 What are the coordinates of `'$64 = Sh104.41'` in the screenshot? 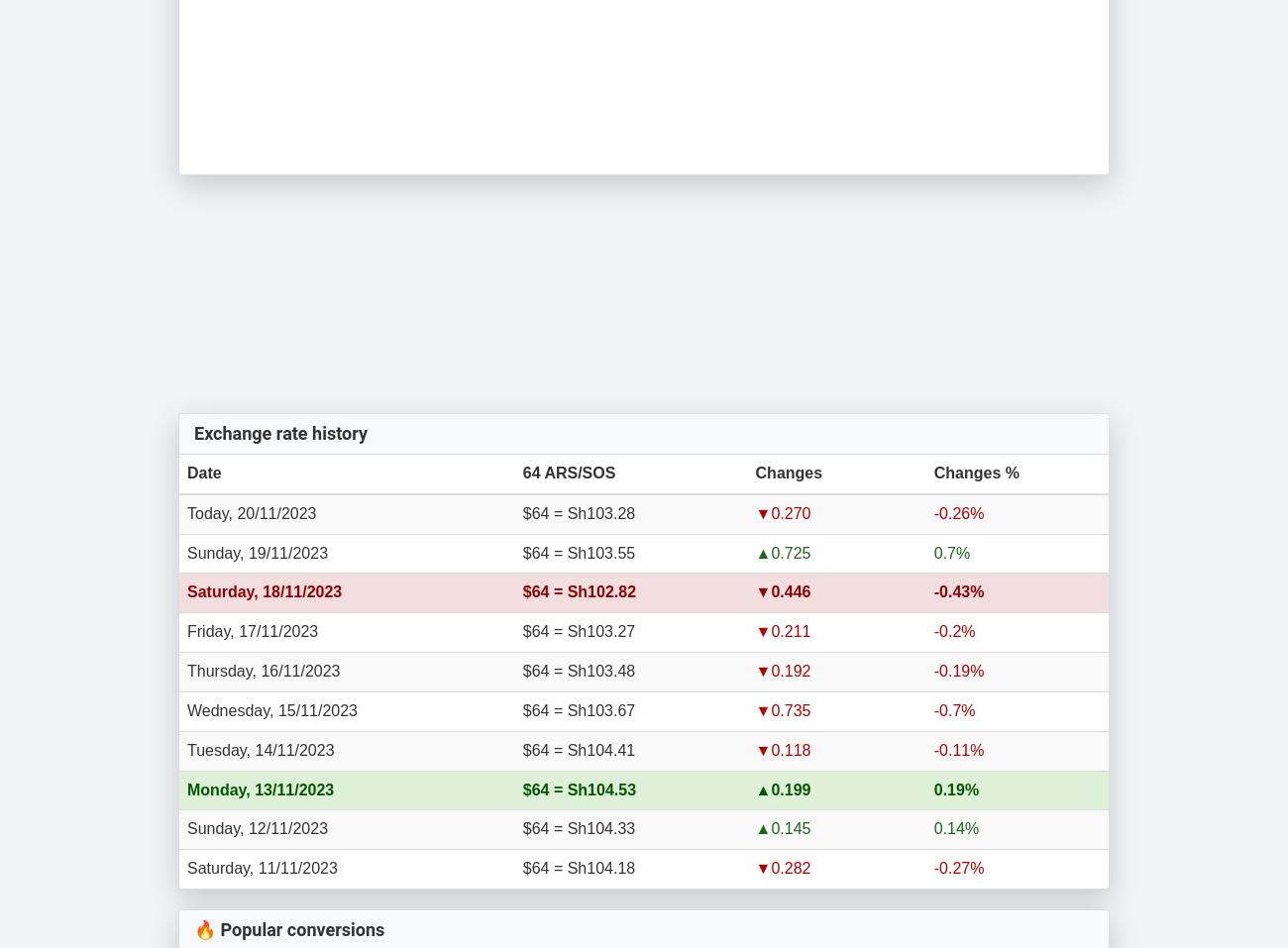 It's located at (577, 749).